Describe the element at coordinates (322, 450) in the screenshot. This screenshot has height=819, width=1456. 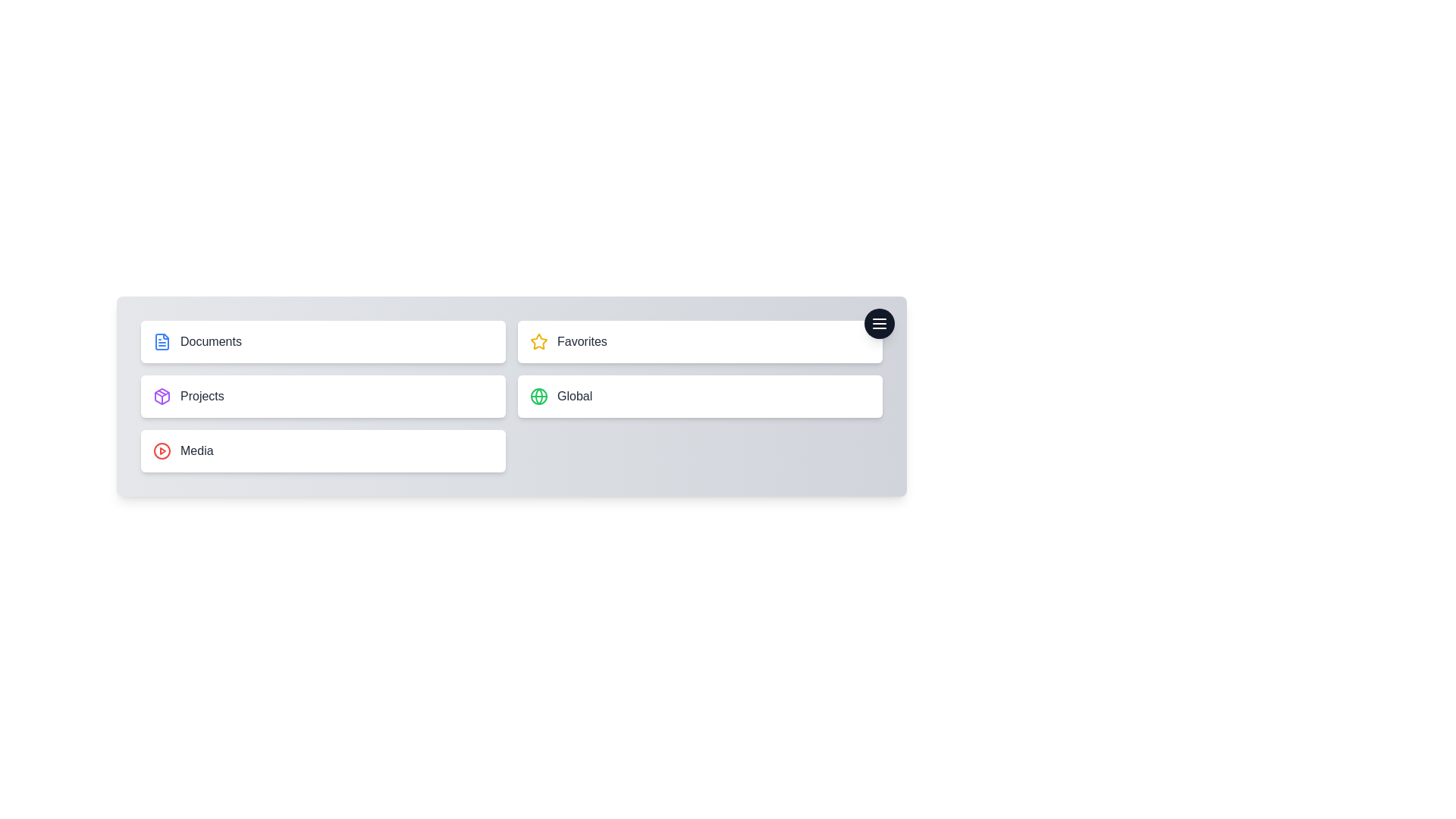
I see `the menu item labeled Media to preview its effects` at that location.